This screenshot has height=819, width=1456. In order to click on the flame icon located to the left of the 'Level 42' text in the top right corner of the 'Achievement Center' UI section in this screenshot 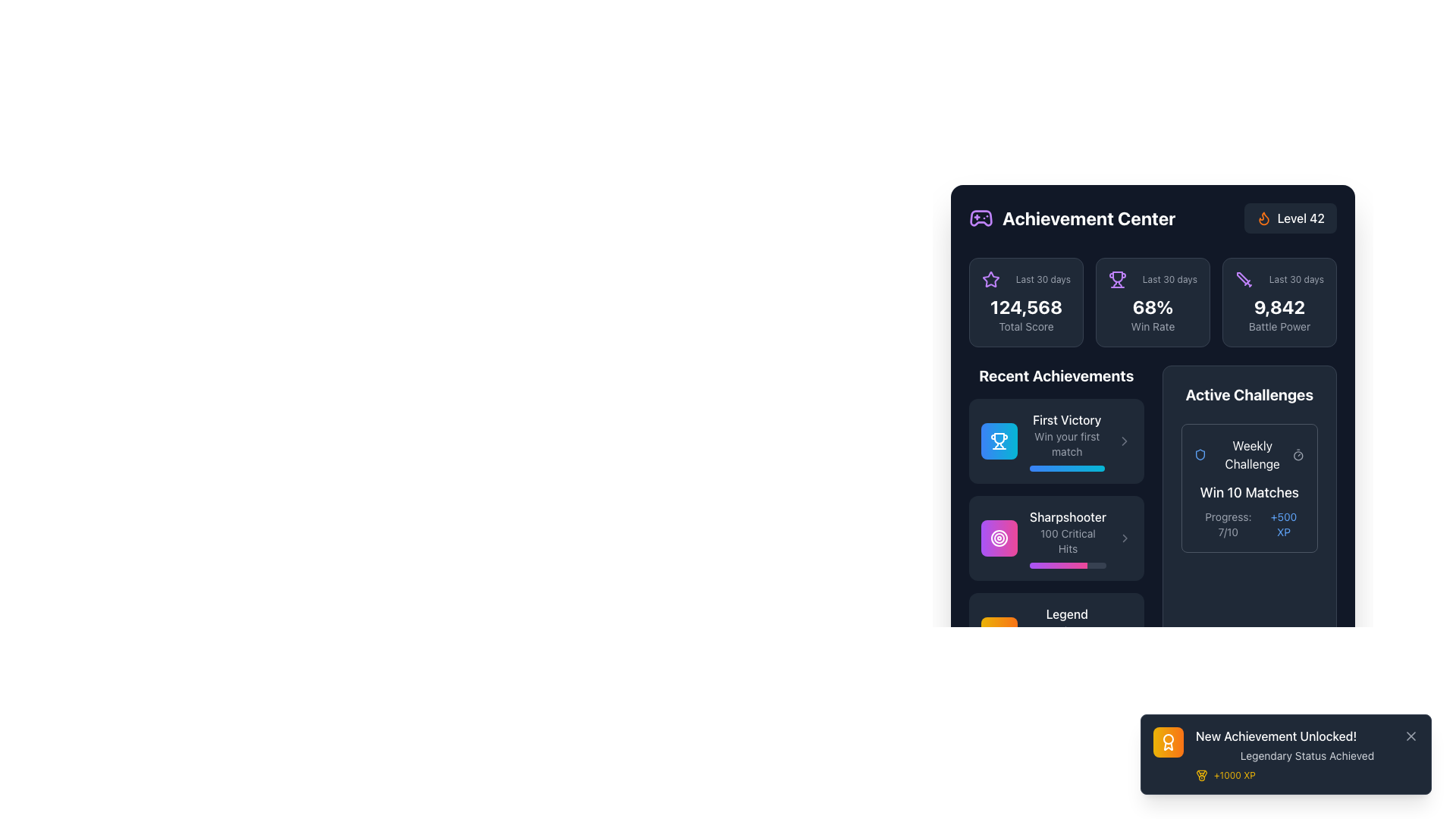, I will do `click(1263, 218)`.